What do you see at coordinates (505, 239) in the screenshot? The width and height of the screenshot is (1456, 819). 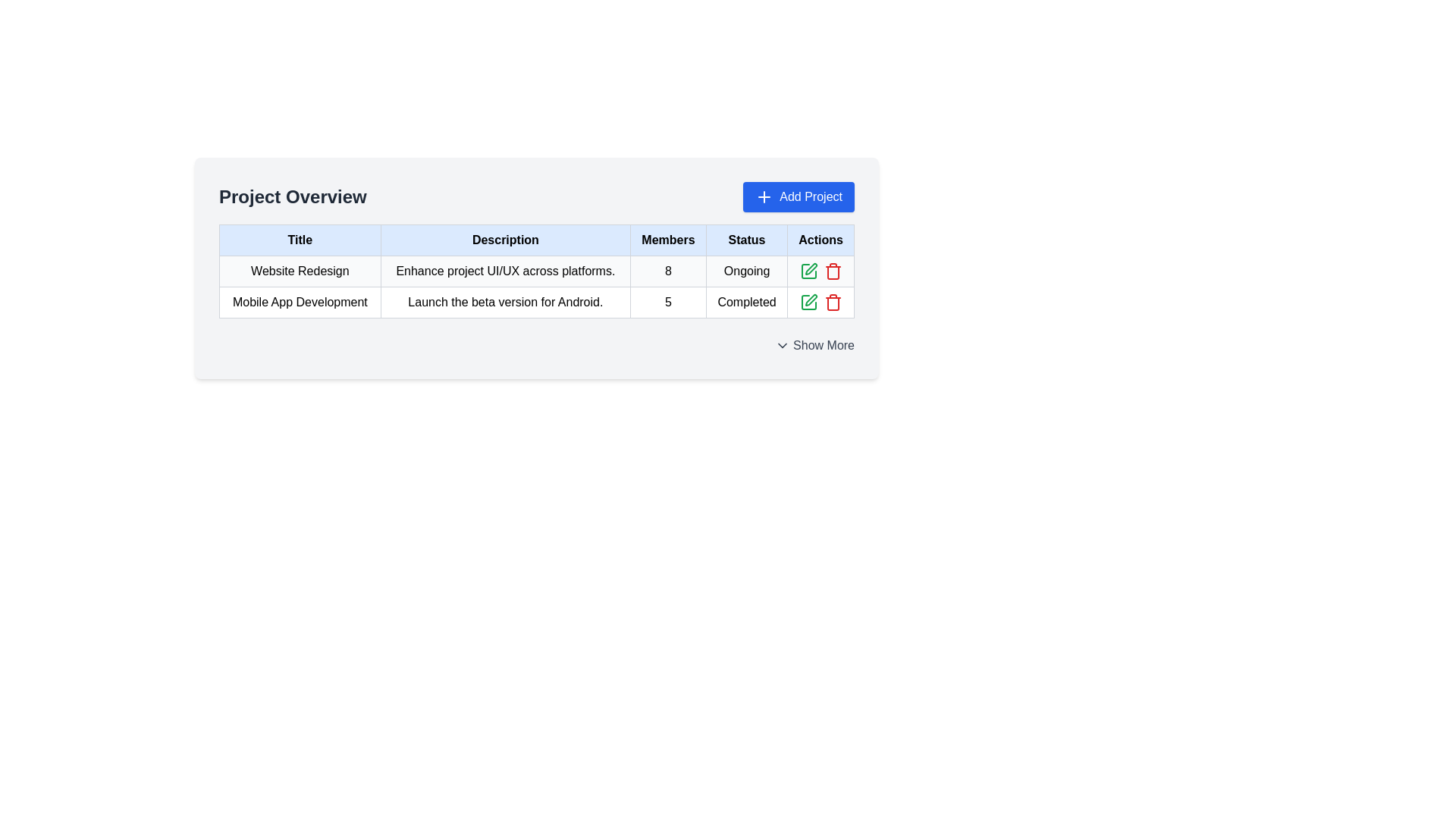 I see `the Table Header Cell for the 'Description' column, located in the second column of the table header row within the 'Project Overview' section` at bounding box center [505, 239].